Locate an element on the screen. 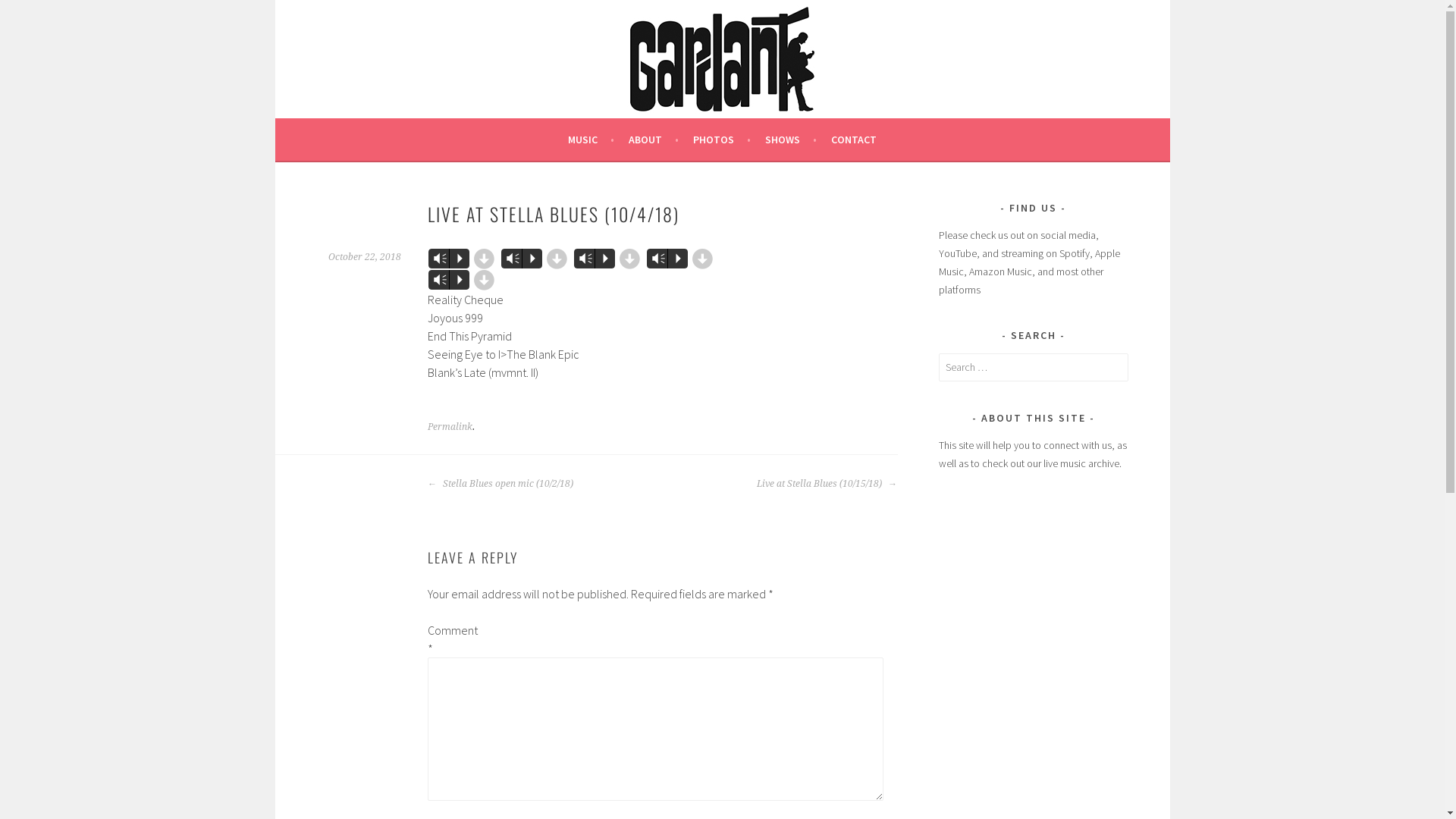 The width and height of the screenshot is (1456, 819). 'ABOUT' is located at coordinates (629, 140).